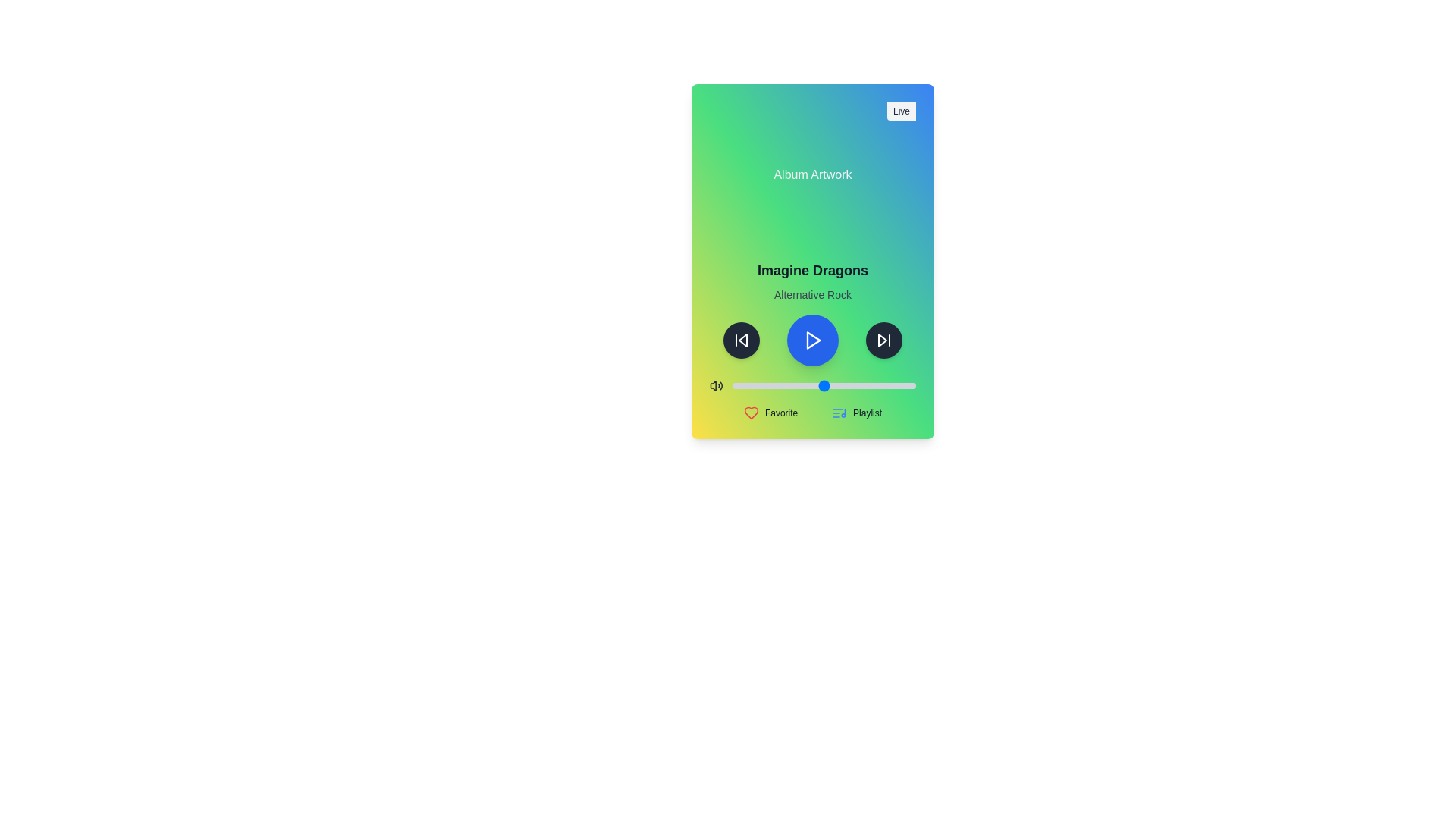 The image size is (1456, 819). I want to click on the circular blue play button located at the center of the media control interface for keyboard interaction, so click(811, 339).